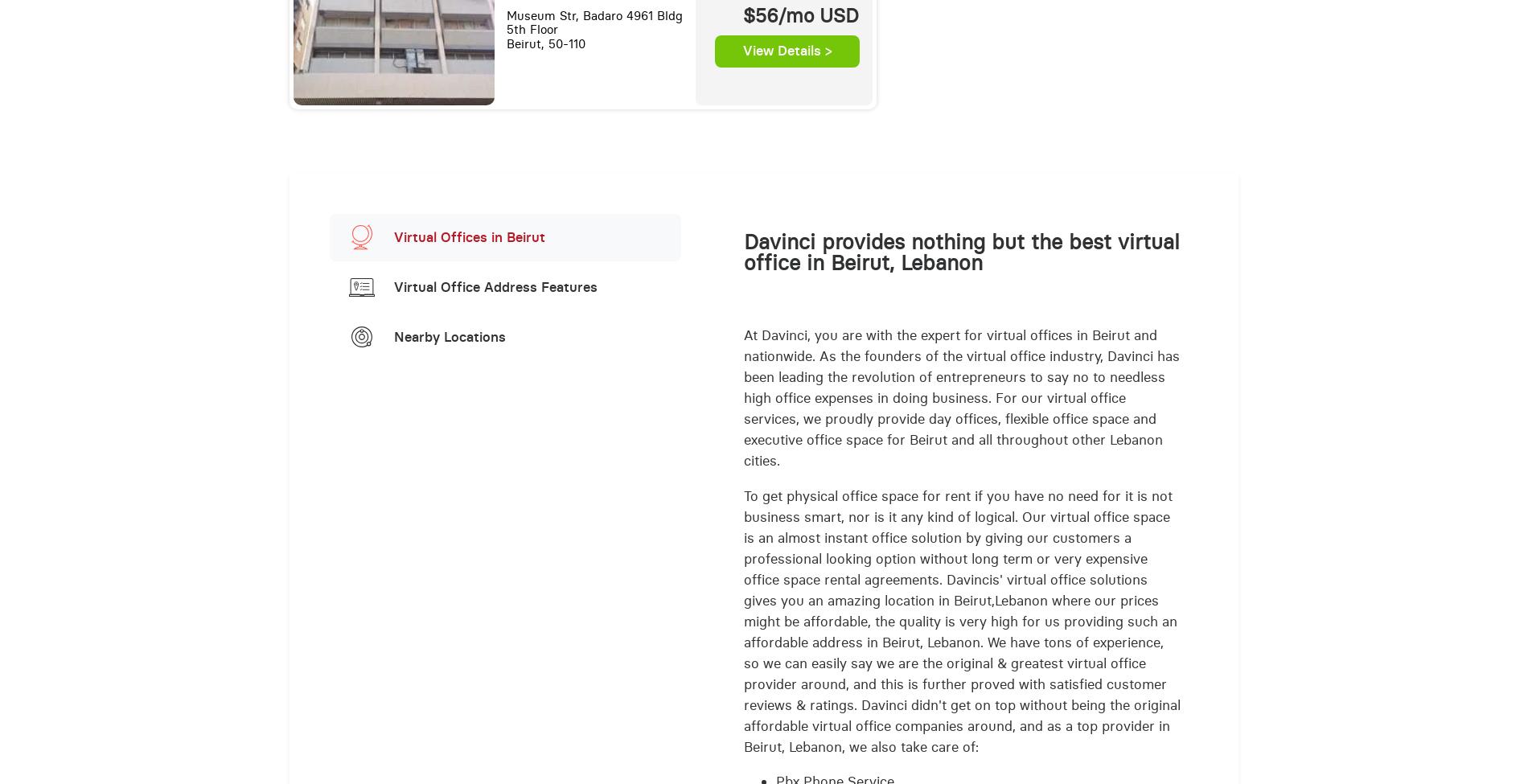 This screenshot has height=784, width=1528. What do you see at coordinates (544, 43) in the screenshot?
I see `'Beirut,  50-110'` at bounding box center [544, 43].